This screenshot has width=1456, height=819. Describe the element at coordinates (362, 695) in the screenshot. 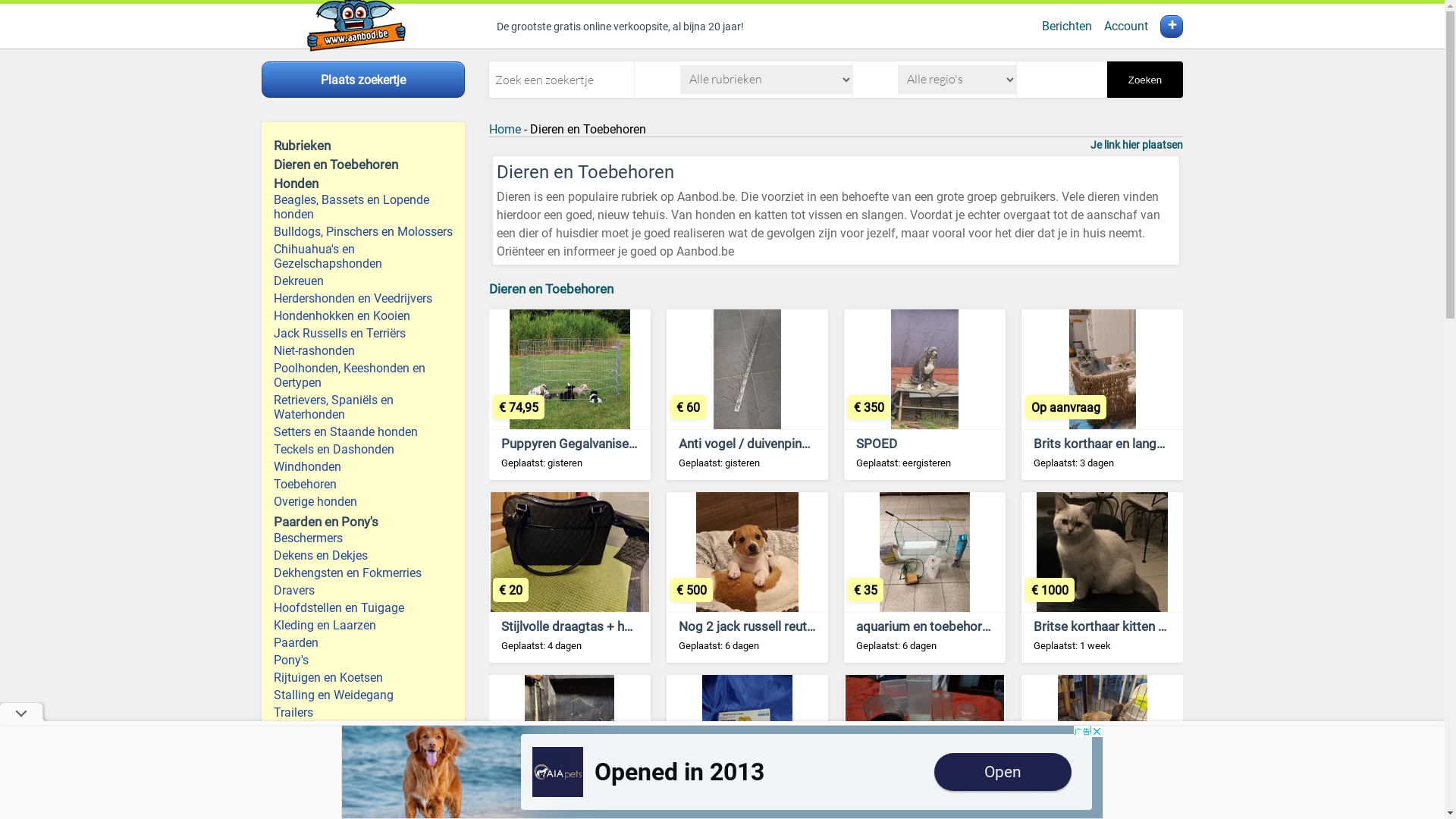

I see `'Stalling en Weidegang'` at that location.